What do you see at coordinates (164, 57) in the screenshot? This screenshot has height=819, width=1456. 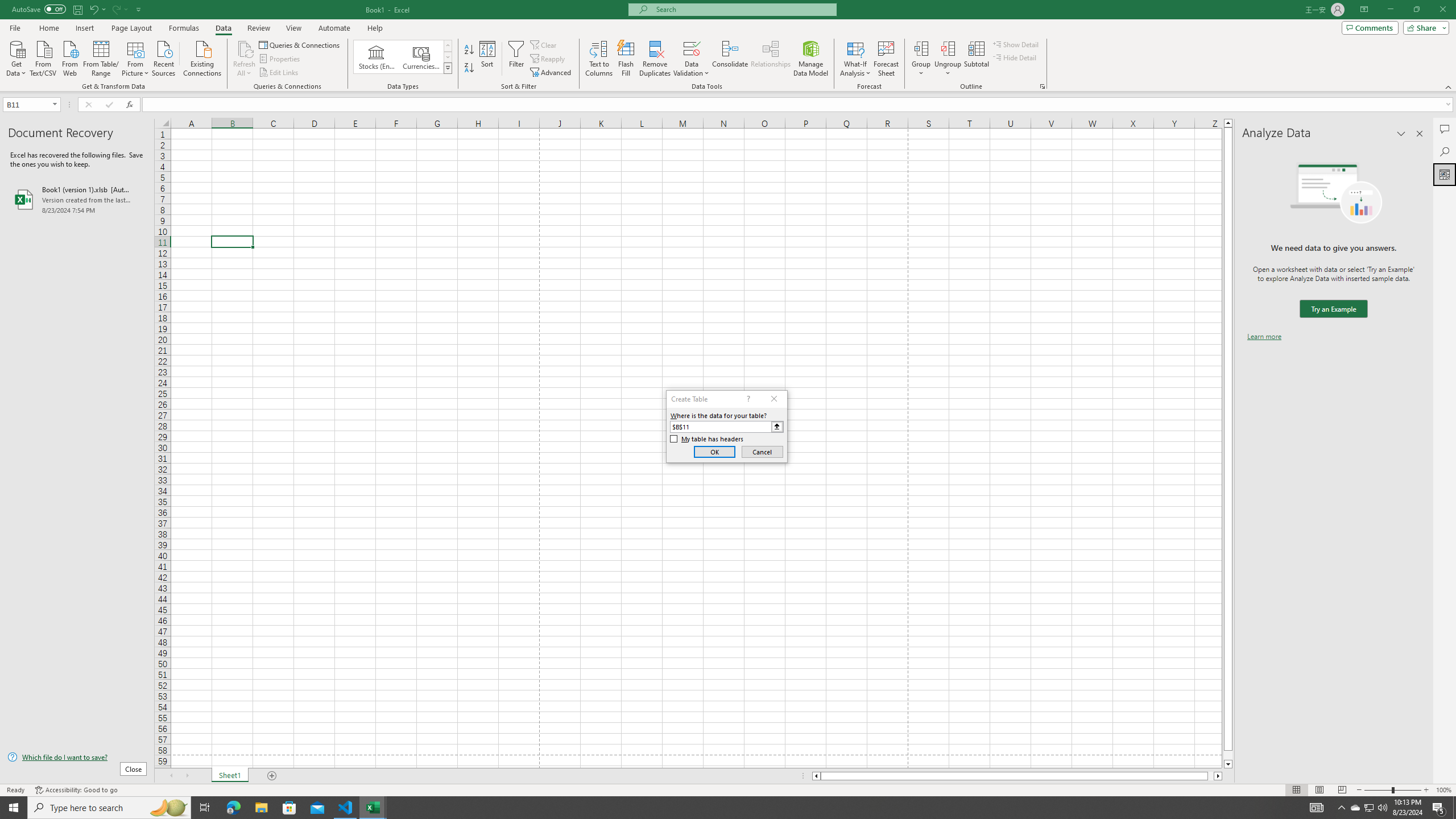 I see `'Recent Sources'` at bounding box center [164, 57].